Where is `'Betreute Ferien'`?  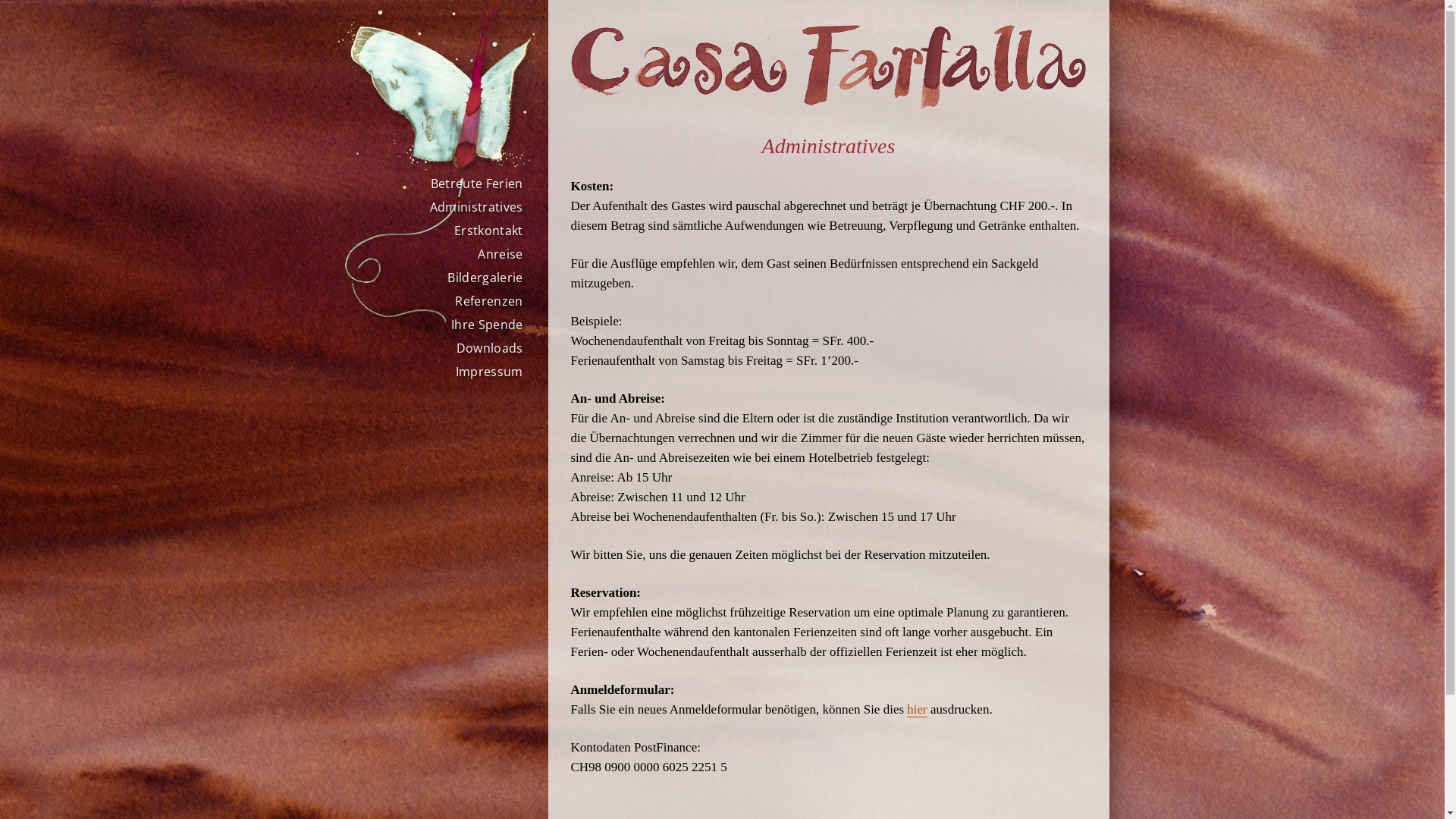 'Betreute Ferien' is located at coordinates (475, 183).